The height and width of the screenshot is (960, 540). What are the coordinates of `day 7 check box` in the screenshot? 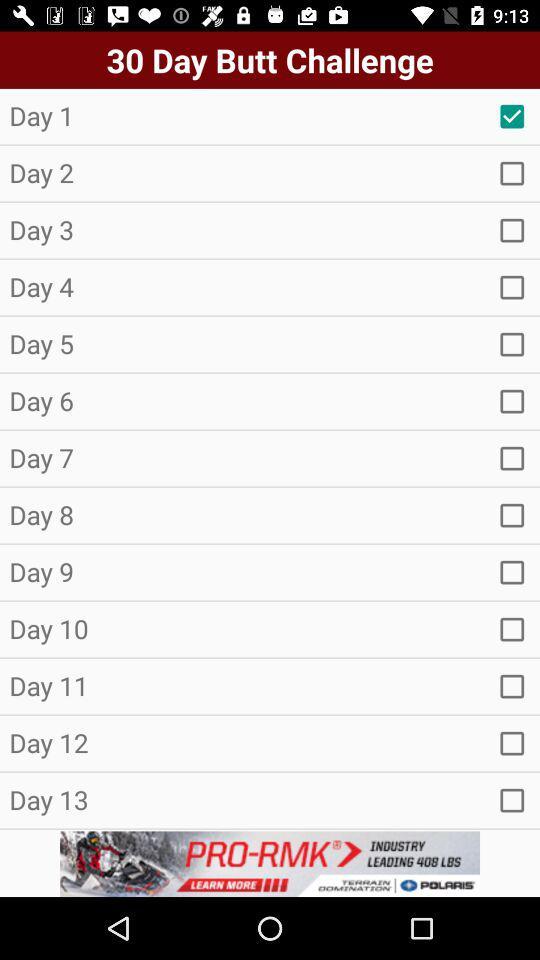 It's located at (512, 458).